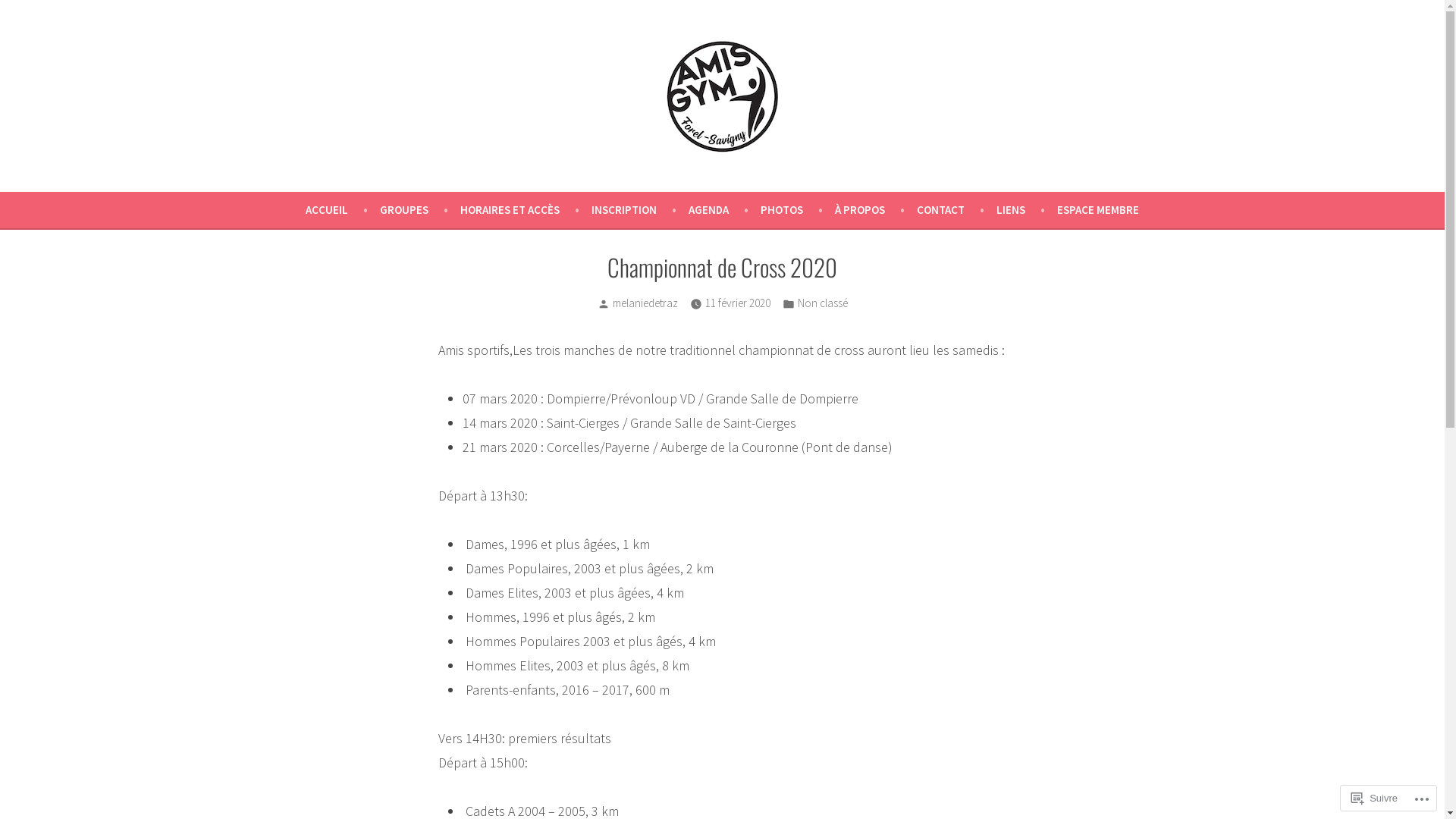 This screenshot has width=1456, height=819. Describe the element at coordinates (955, 210) in the screenshot. I see `'CONTACT'` at that location.